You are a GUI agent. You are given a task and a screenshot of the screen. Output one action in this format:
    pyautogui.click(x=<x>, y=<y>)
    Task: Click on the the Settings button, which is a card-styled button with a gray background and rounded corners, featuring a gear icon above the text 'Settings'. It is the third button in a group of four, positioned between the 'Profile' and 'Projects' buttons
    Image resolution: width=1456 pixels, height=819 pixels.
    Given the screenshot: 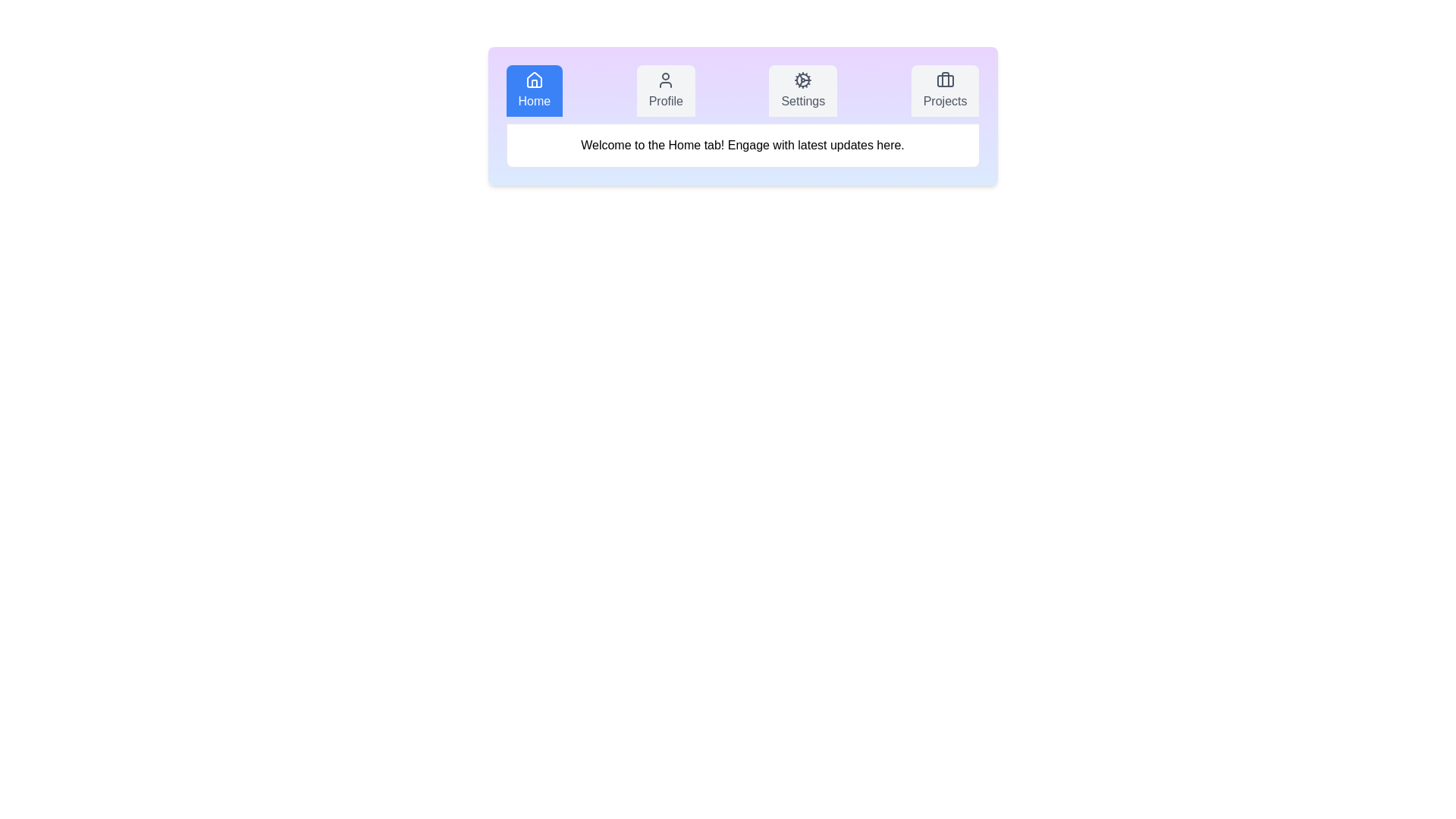 What is the action you would take?
    pyautogui.click(x=802, y=90)
    